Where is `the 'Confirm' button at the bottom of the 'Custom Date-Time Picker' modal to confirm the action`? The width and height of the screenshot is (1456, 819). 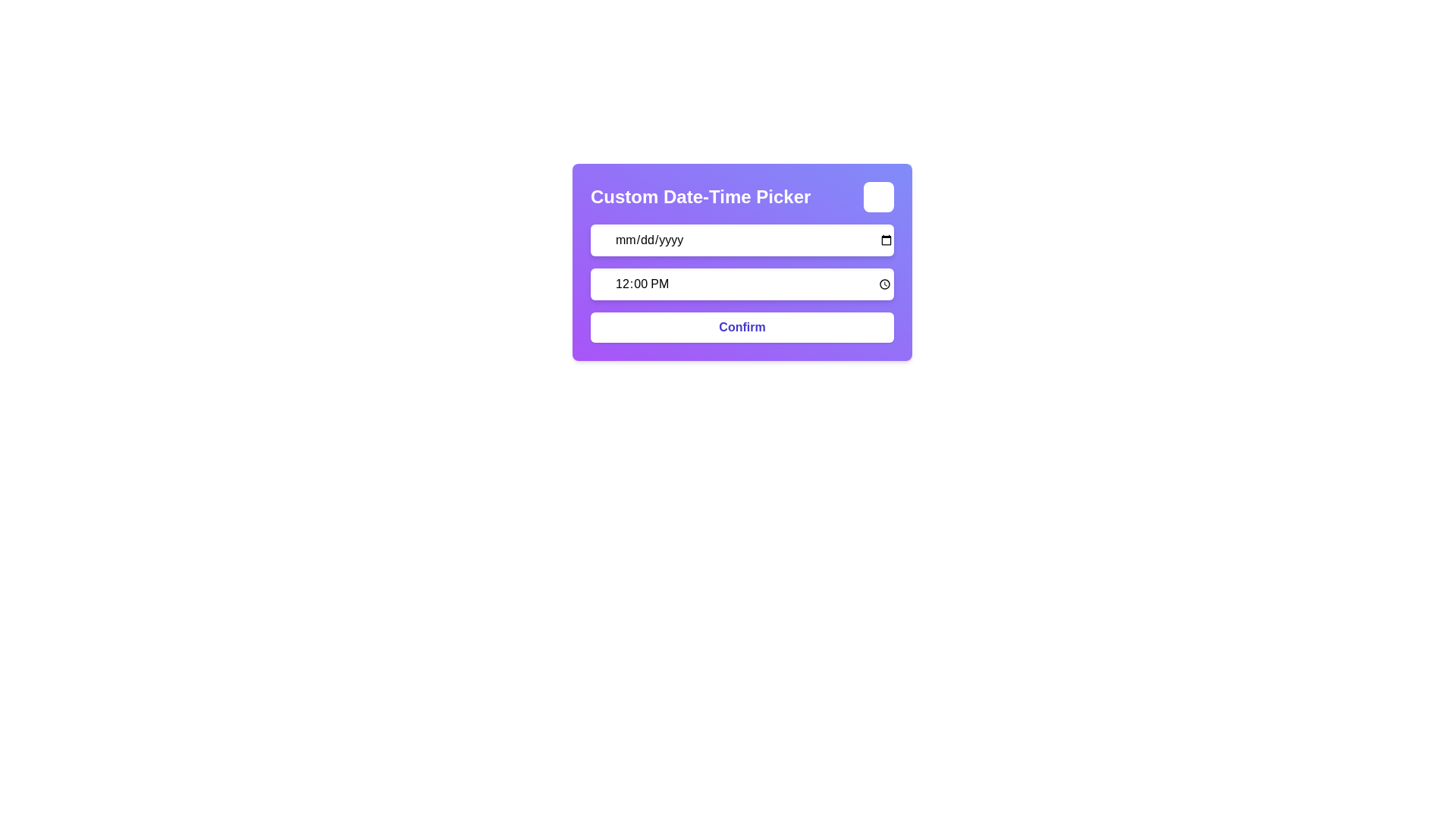 the 'Confirm' button at the bottom of the 'Custom Date-Time Picker' modal to confirm the action is located at coordinates (742, 327).